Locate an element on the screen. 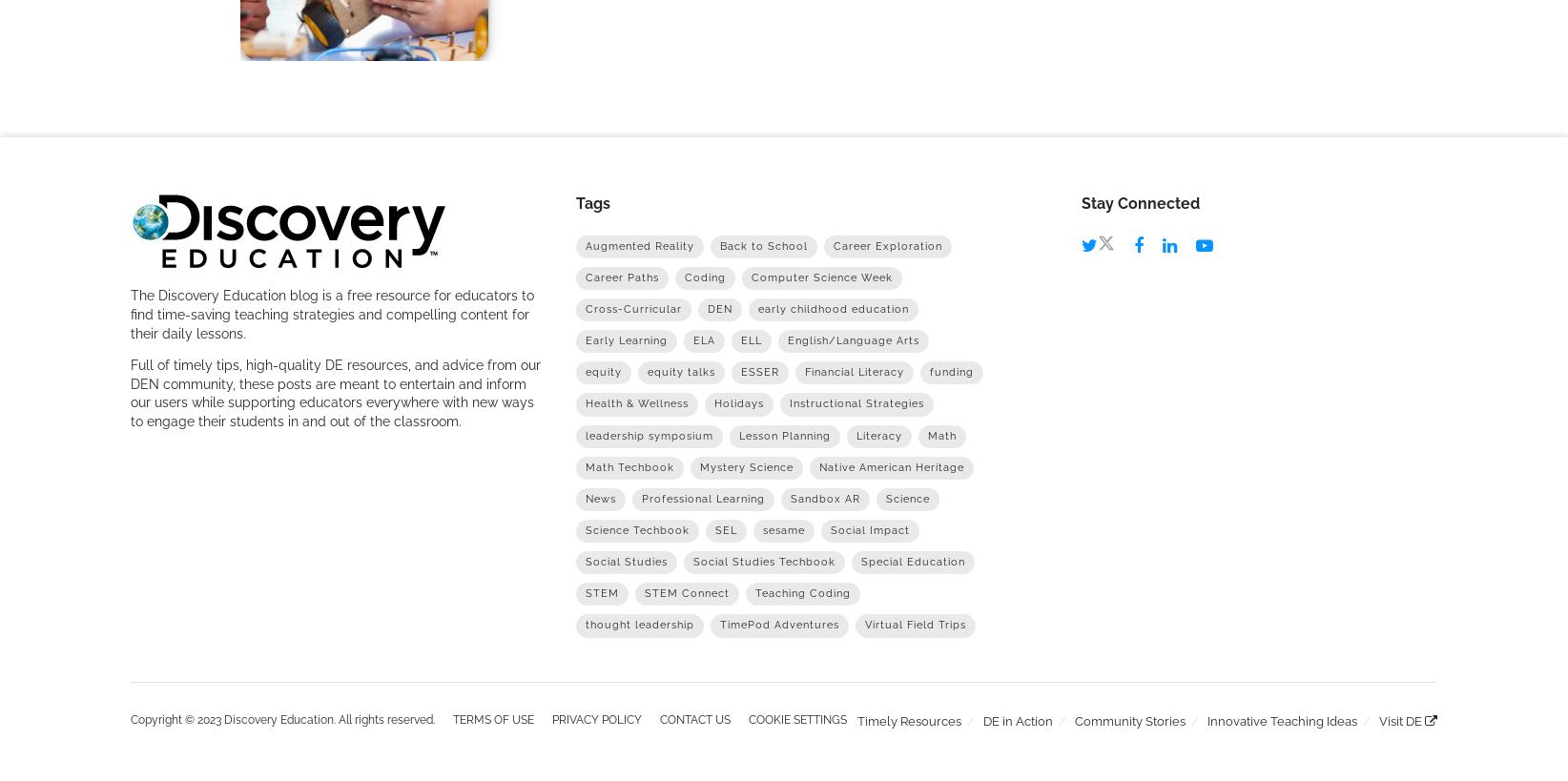  'STEM' is located at coordinates (601, 592).